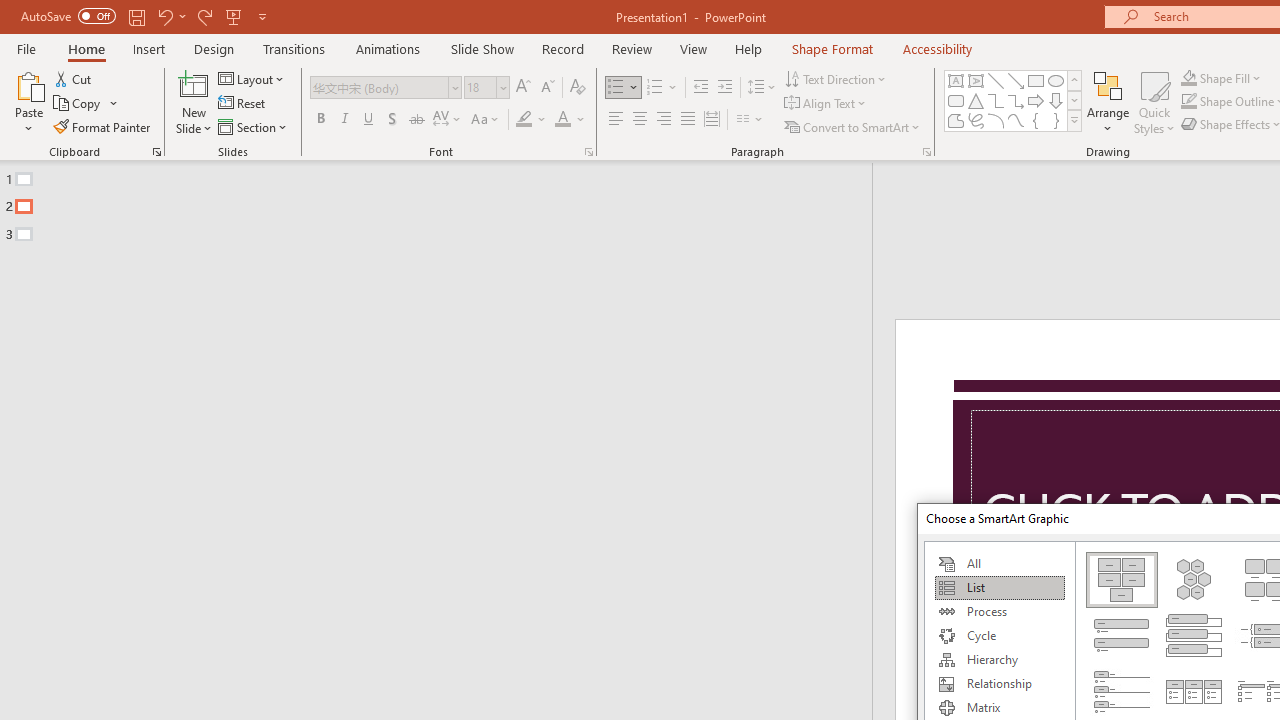 This screenshot has height=720, width=1280. I want to click on 'Cycle', so click(999, 636).